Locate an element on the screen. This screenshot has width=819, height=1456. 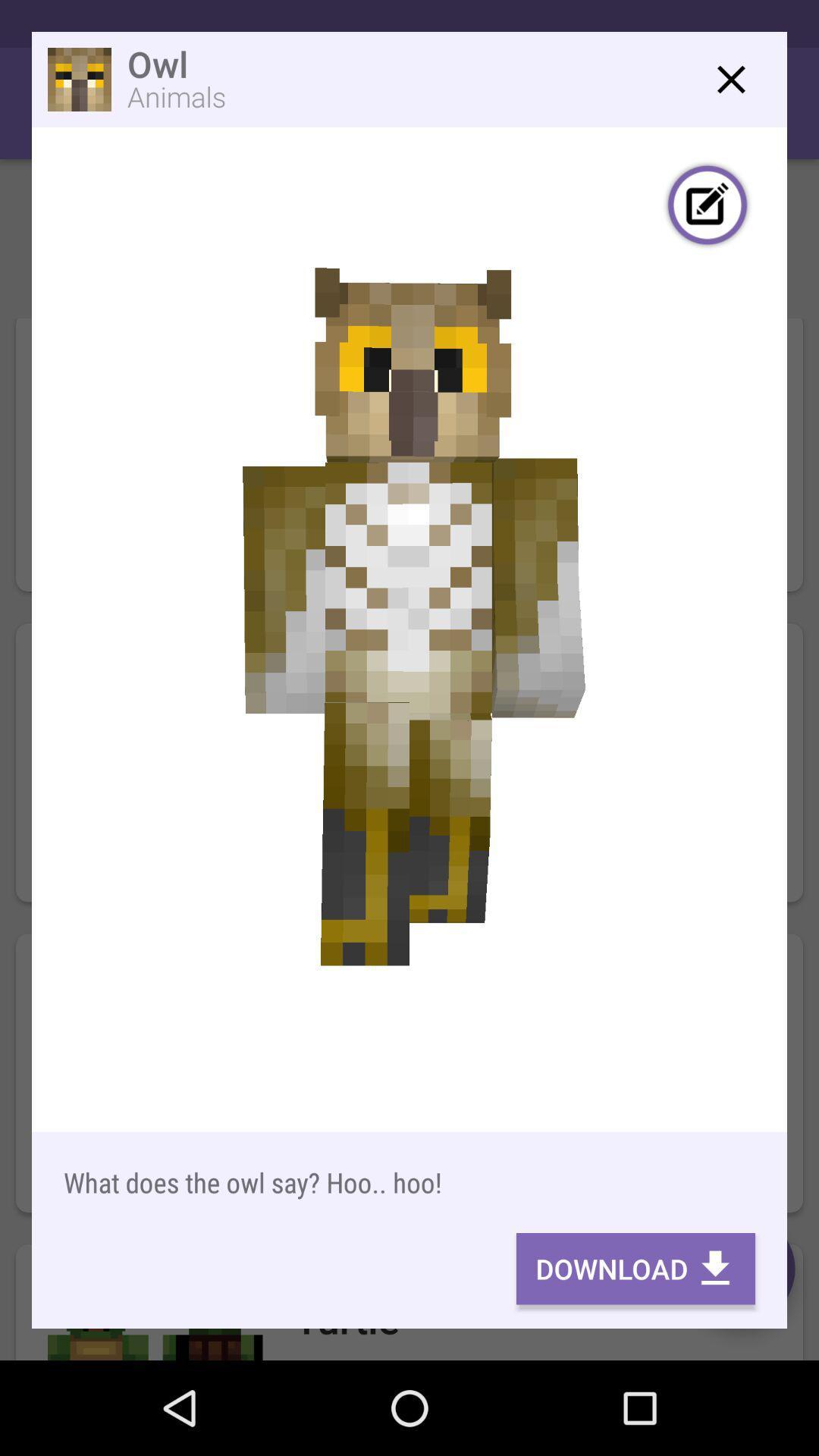
take notes is located at coordinates (708, 206).